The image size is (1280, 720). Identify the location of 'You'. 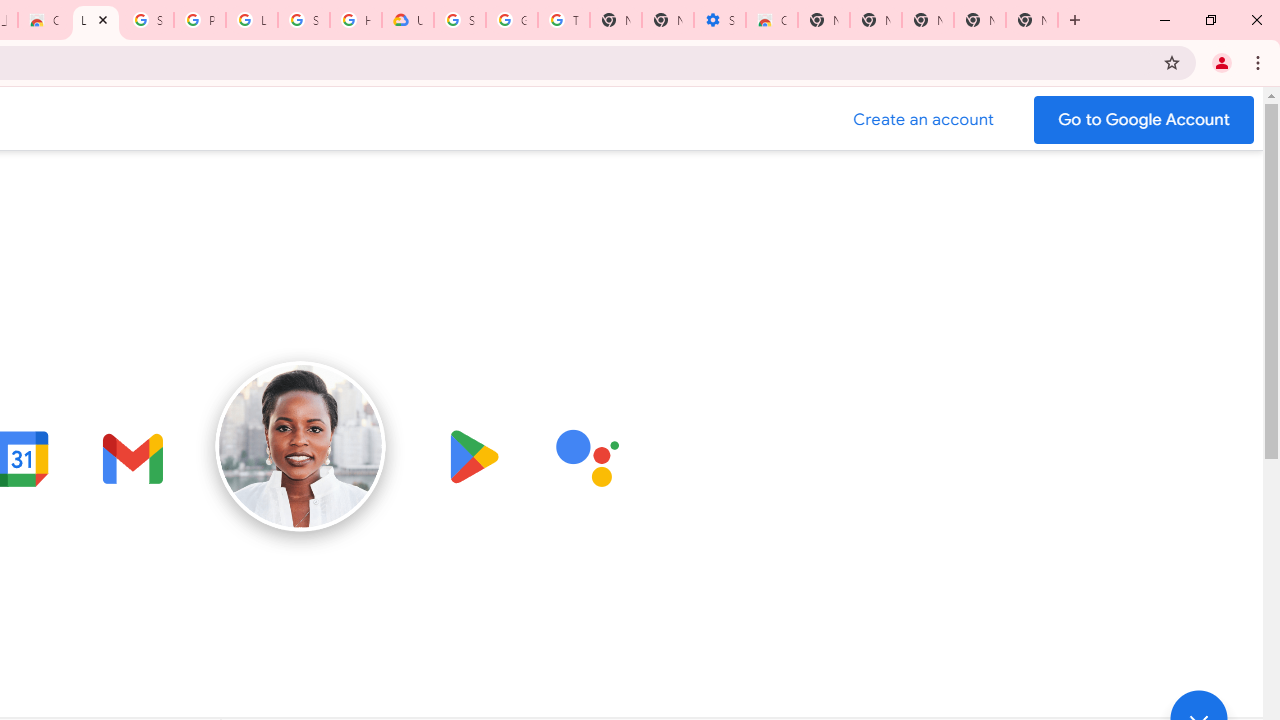
(1220, 61).